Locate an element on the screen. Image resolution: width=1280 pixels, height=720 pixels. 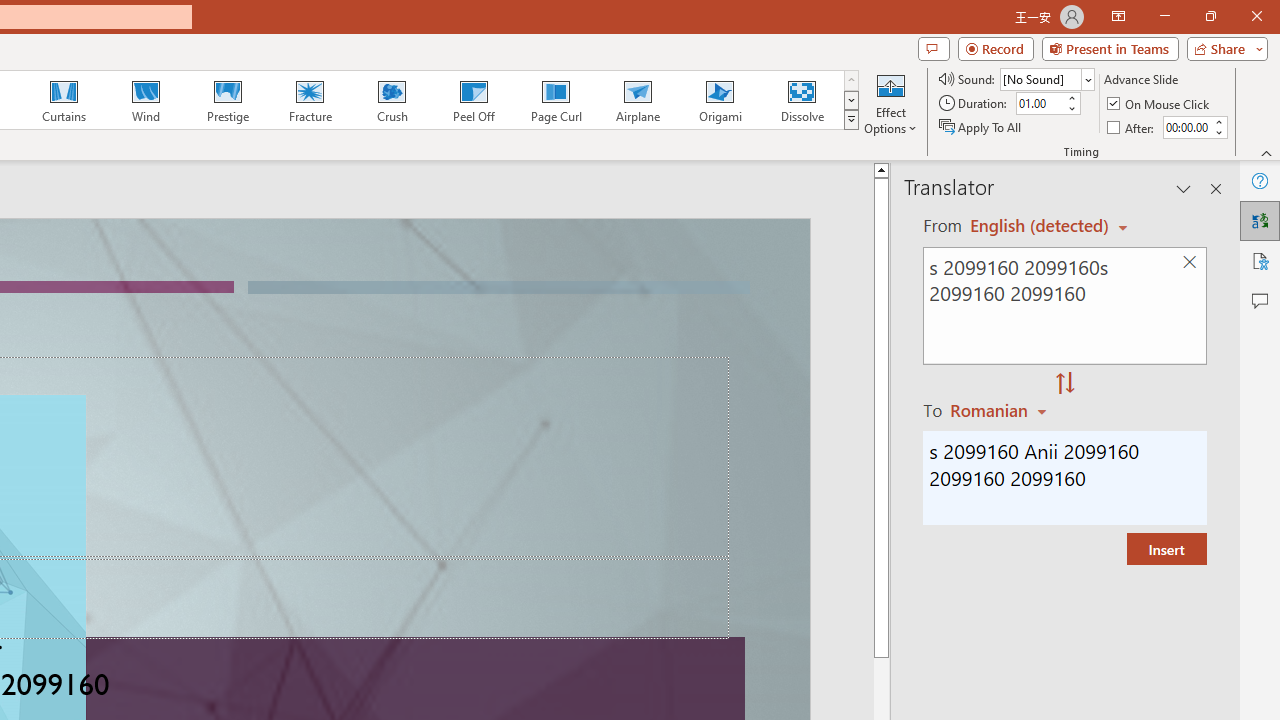
'On Mouse Click' is located at coordinates (1159, 103).